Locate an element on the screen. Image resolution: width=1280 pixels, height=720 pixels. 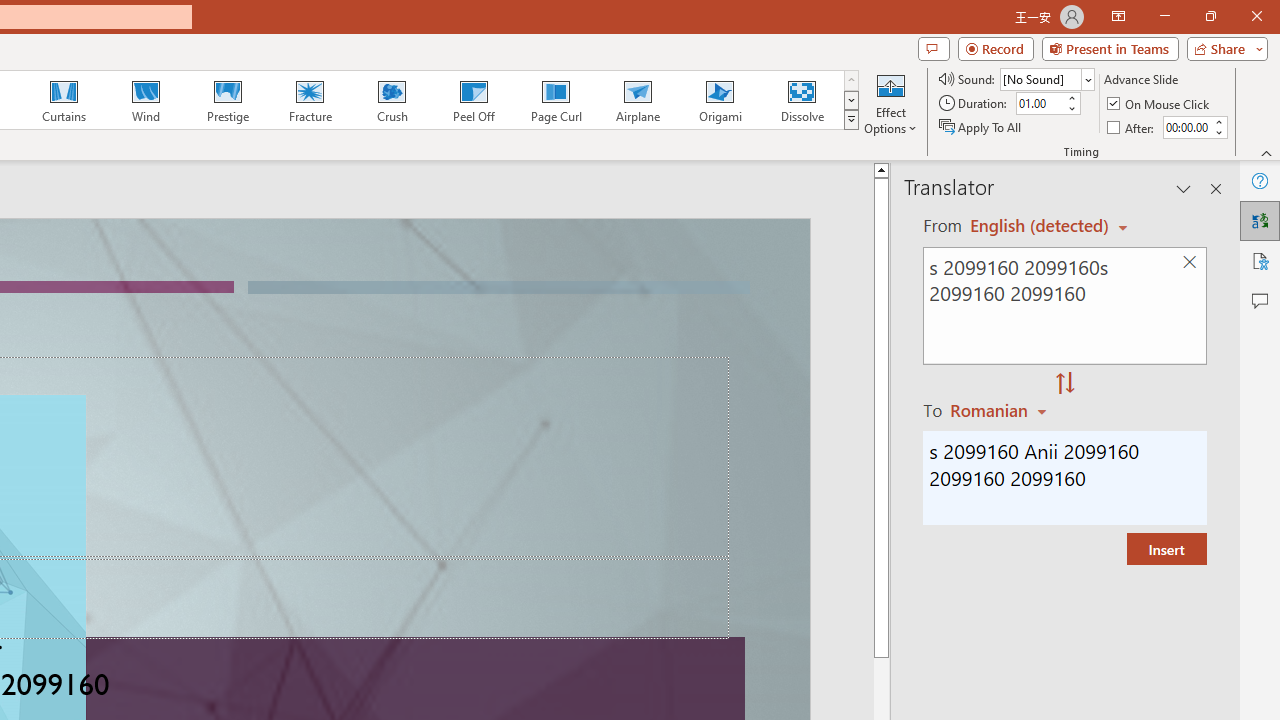
'On Mouse Click' is located at coordinates (1159, 103).